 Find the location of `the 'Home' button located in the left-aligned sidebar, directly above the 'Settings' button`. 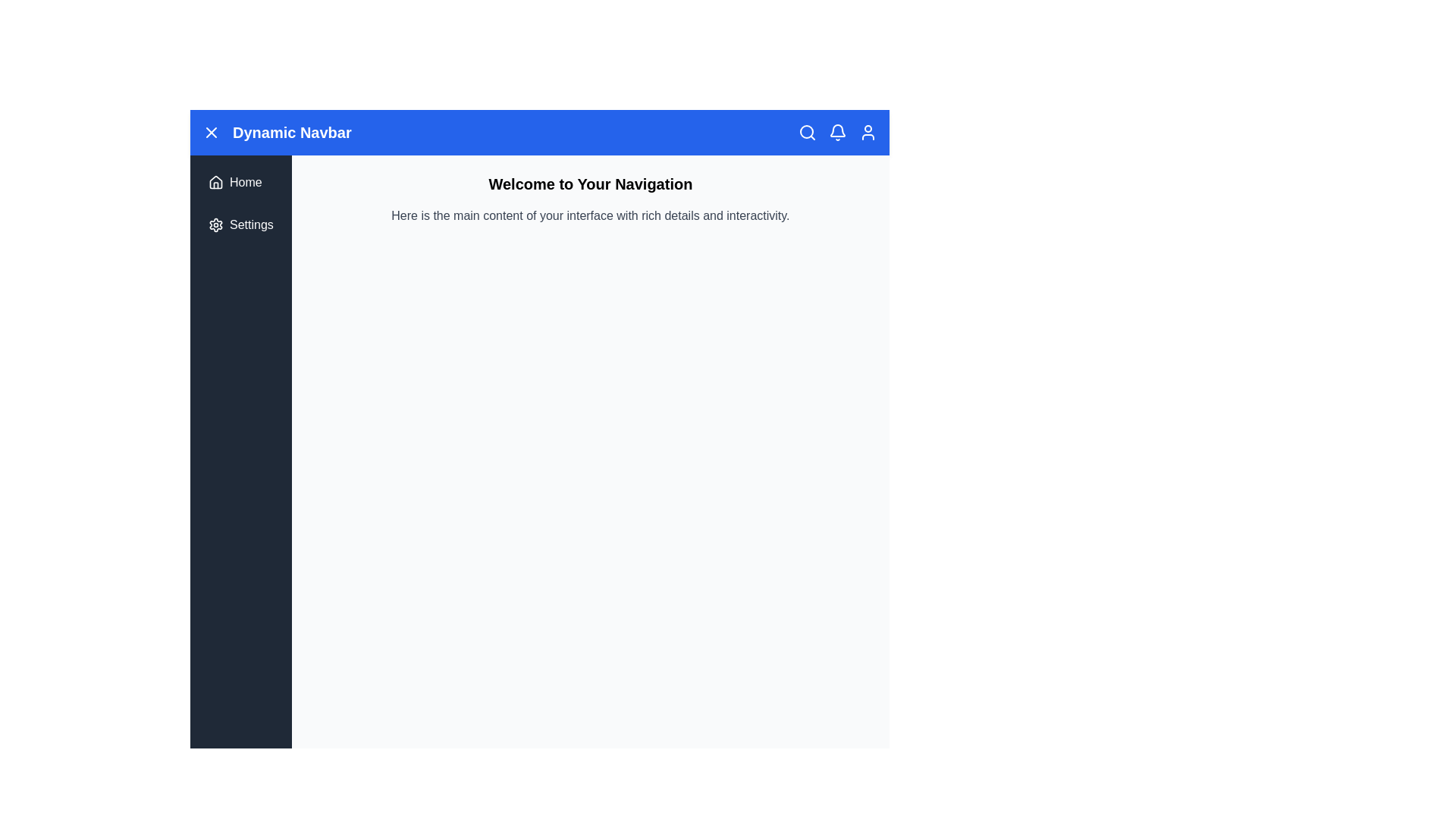

the 'Home' button located in the left-aligned sidebar, directly above the 'Settings' button is located at coordinates (240, 181).